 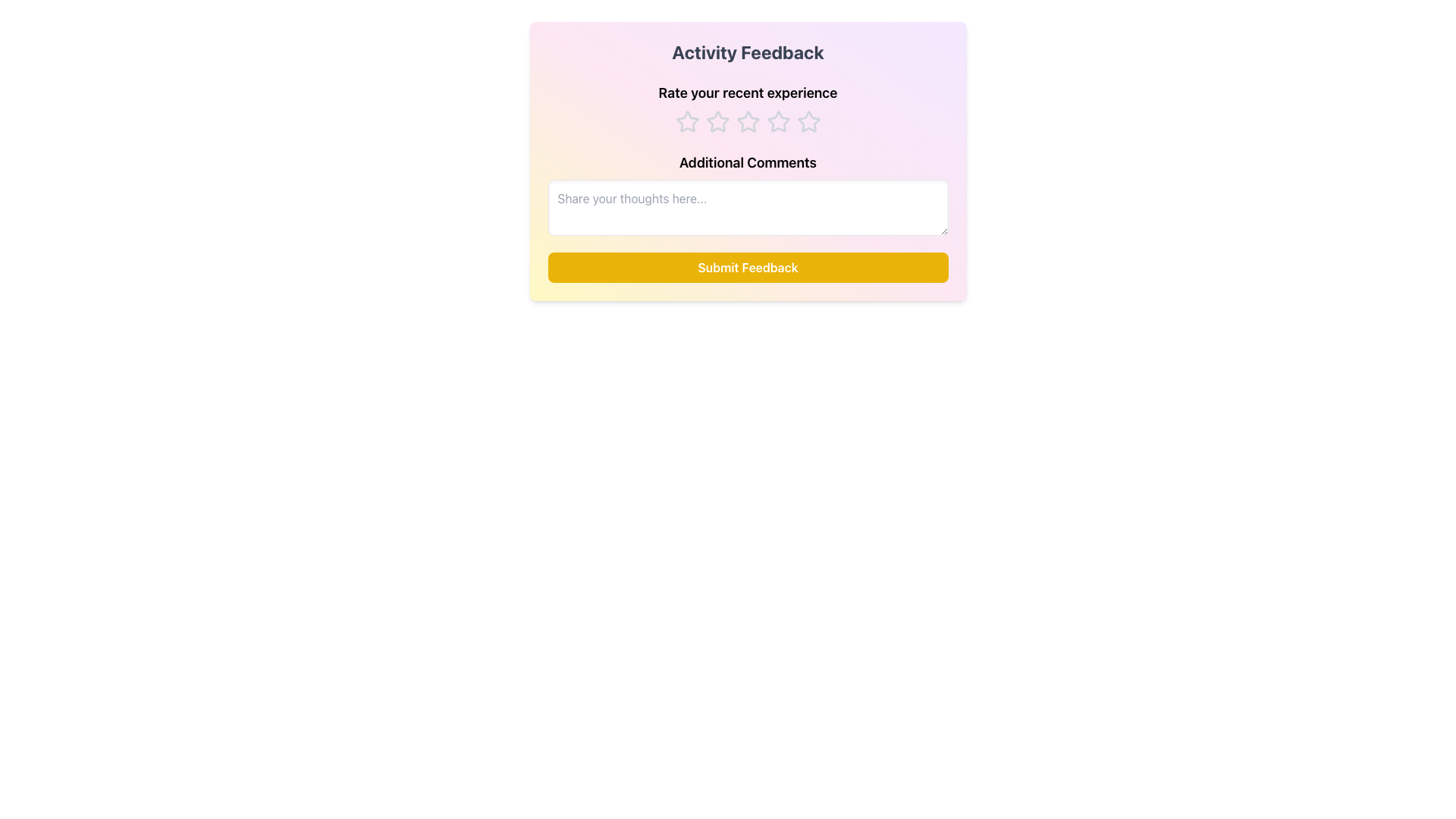 What do you see at coordinates (748, 267) in the screenshot?
I see `the submission button located at the bottom of the feedback form` at bounding box center [748, 267].